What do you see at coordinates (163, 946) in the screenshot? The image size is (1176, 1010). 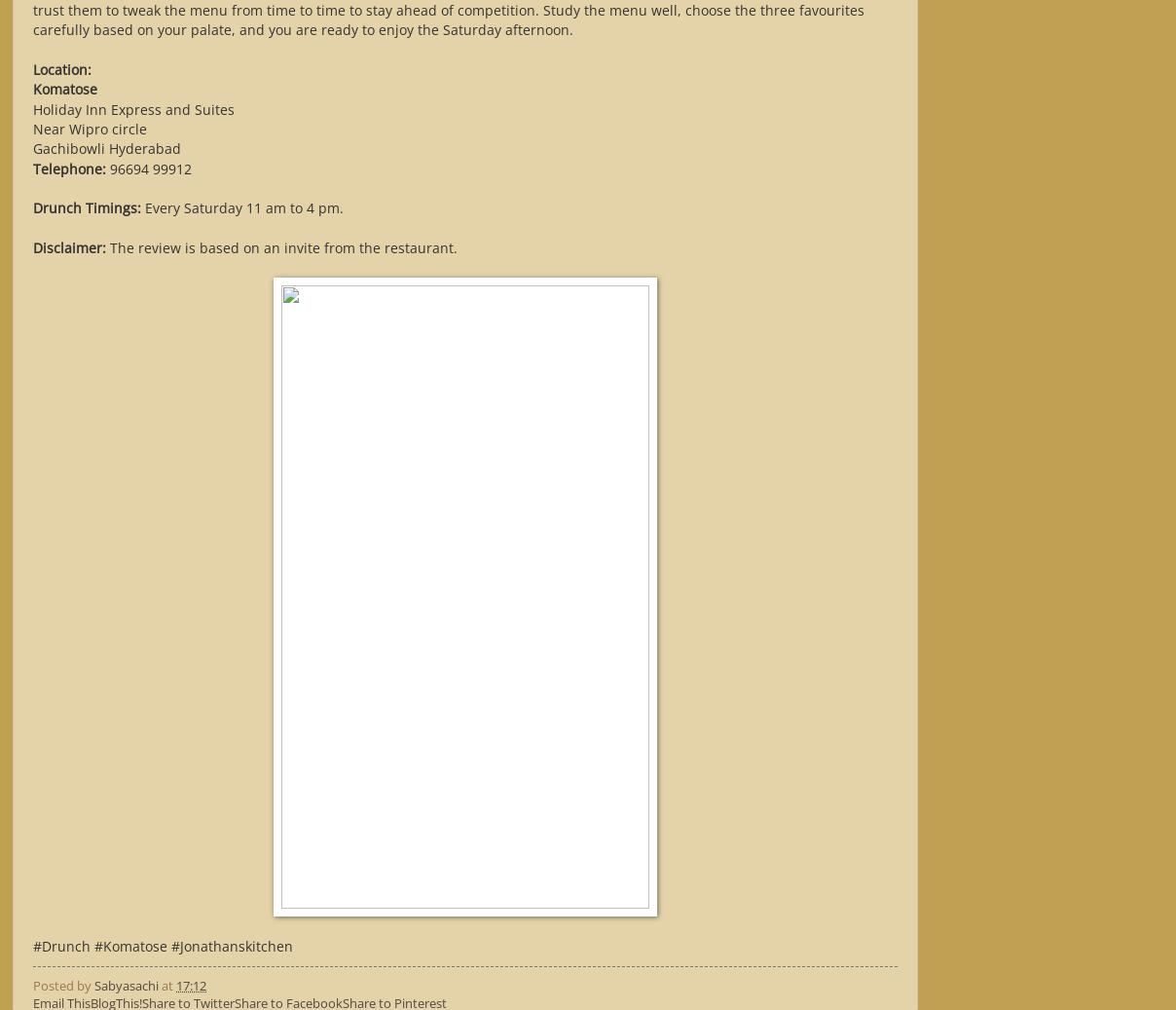 I see `'#Drunch #Komatose #Jonathanskitchen'` at bounding box center [163, 946].